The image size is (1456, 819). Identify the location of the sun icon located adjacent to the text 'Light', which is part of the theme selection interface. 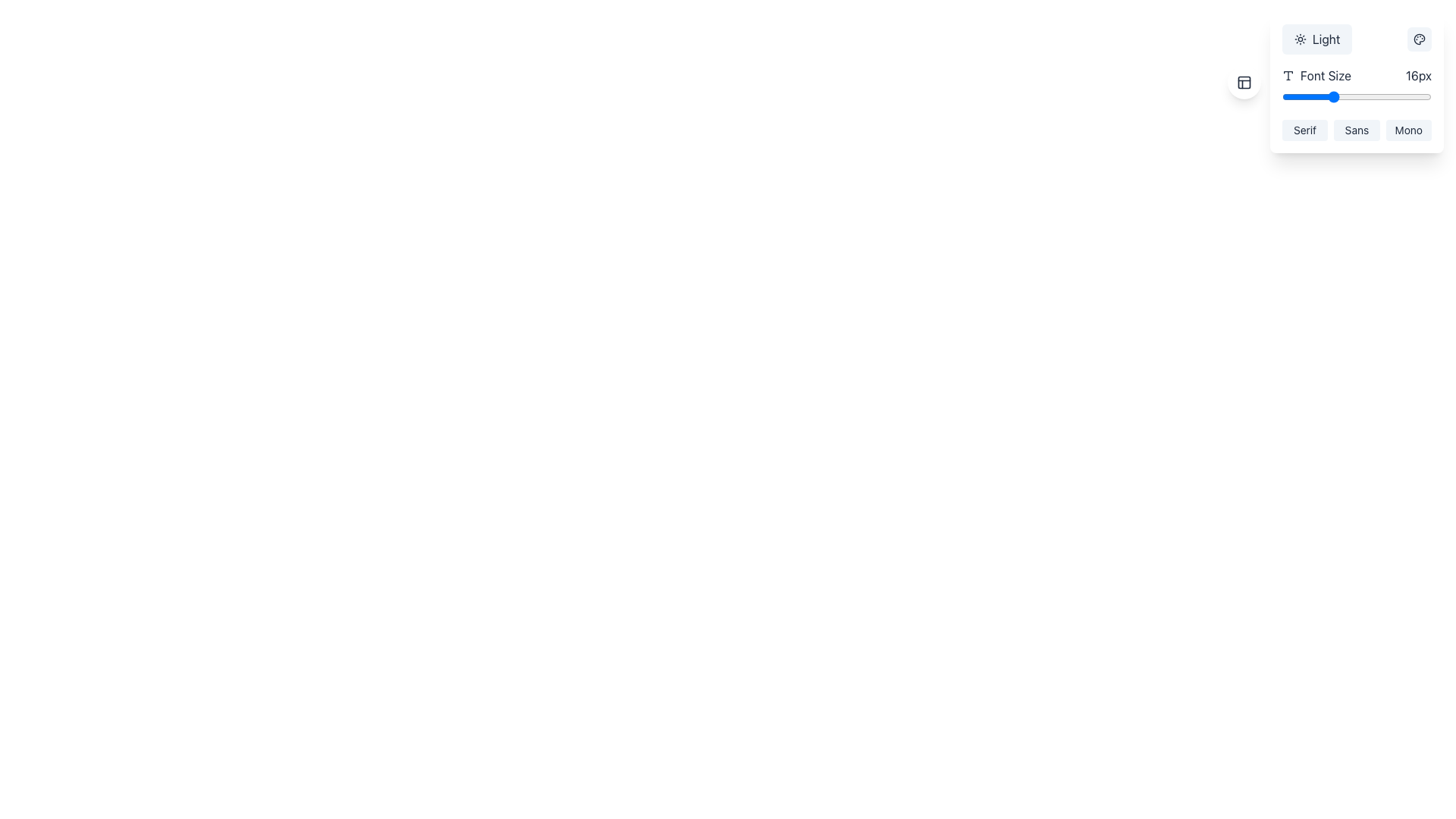
(1299, 38).